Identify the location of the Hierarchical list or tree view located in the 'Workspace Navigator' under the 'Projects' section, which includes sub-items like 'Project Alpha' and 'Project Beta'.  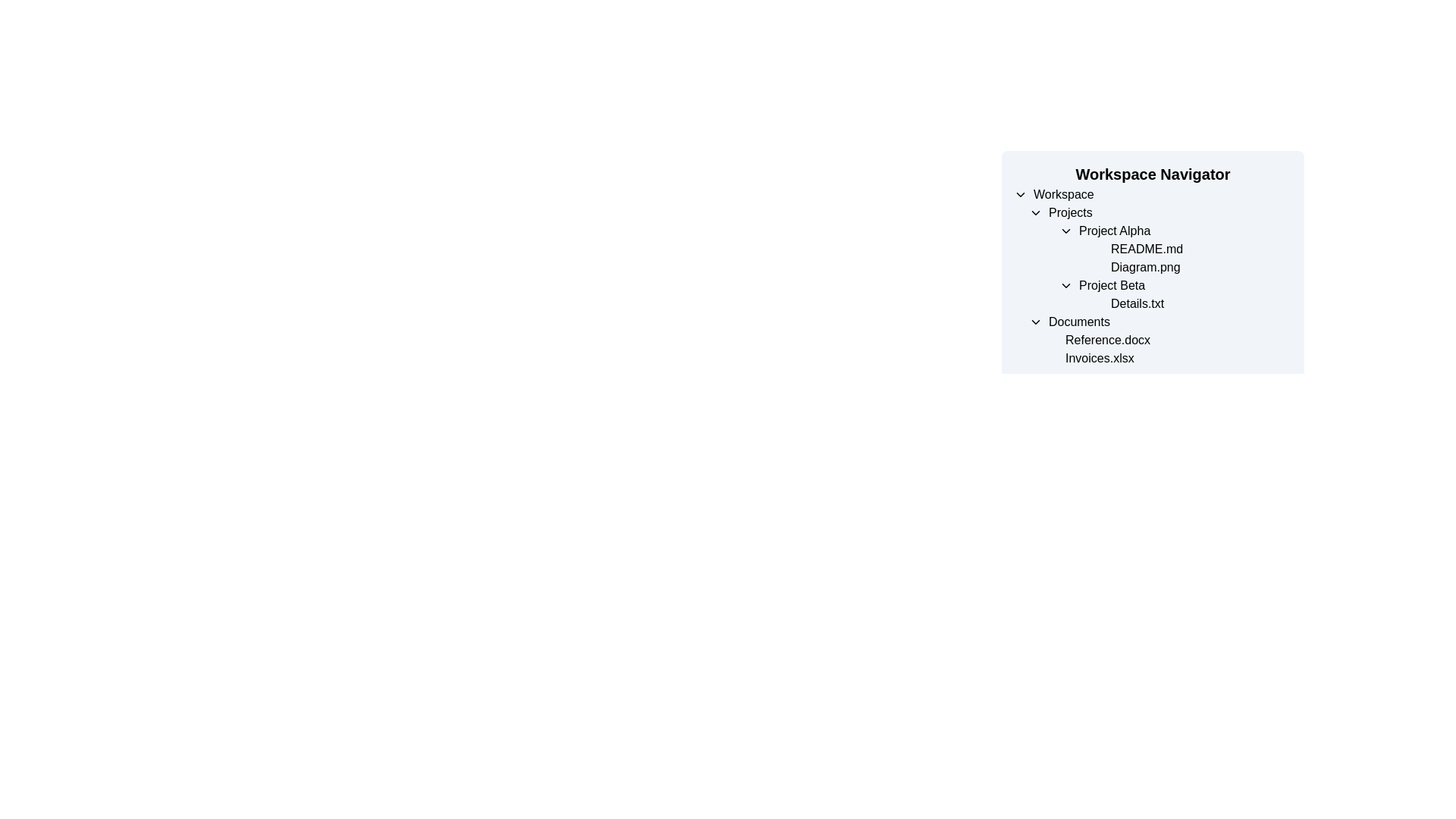
(1153, 257).